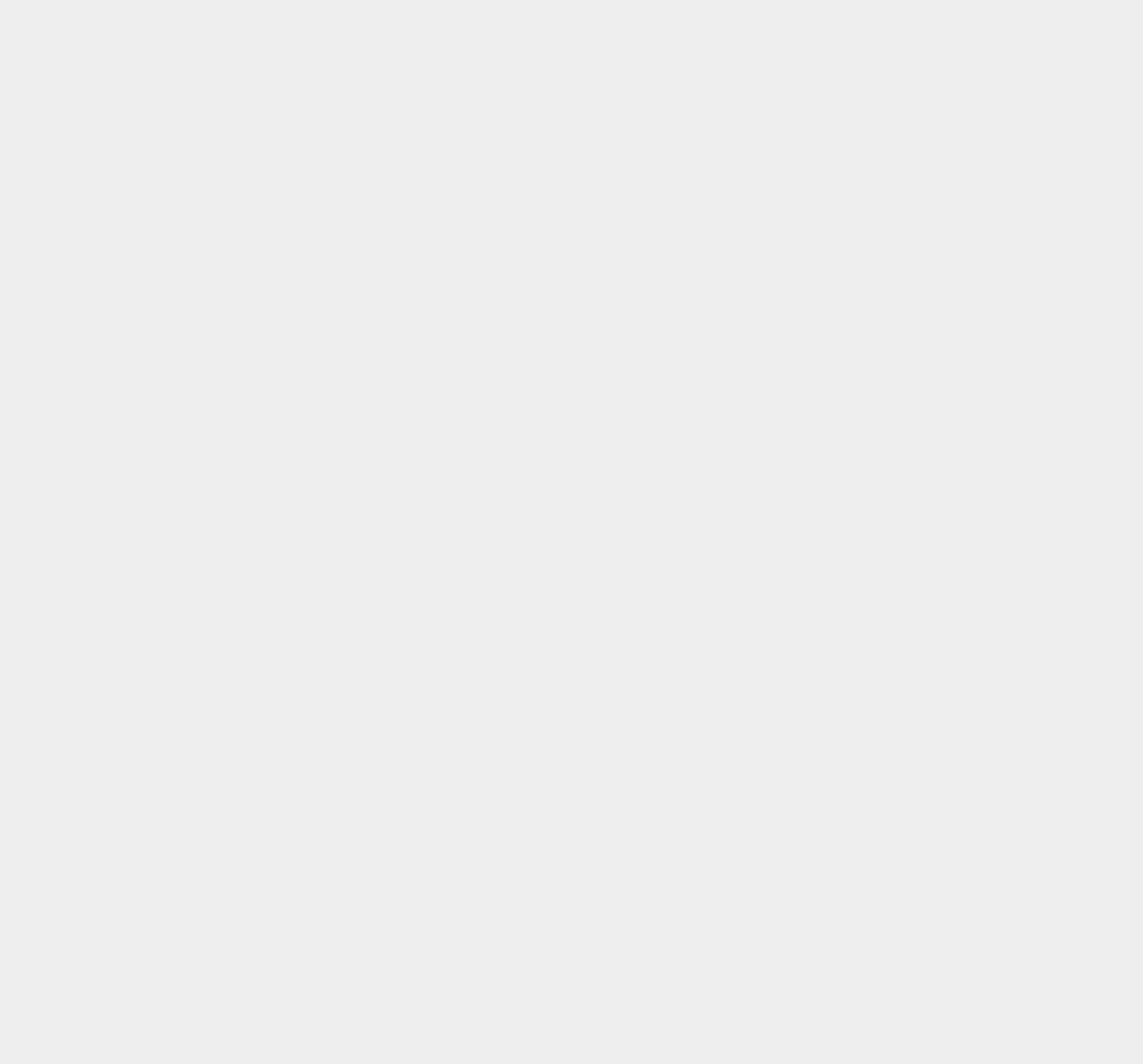  Describe the element at coordinates (807, 331) in the screenshot. I see `'iOS Games'` at that location.